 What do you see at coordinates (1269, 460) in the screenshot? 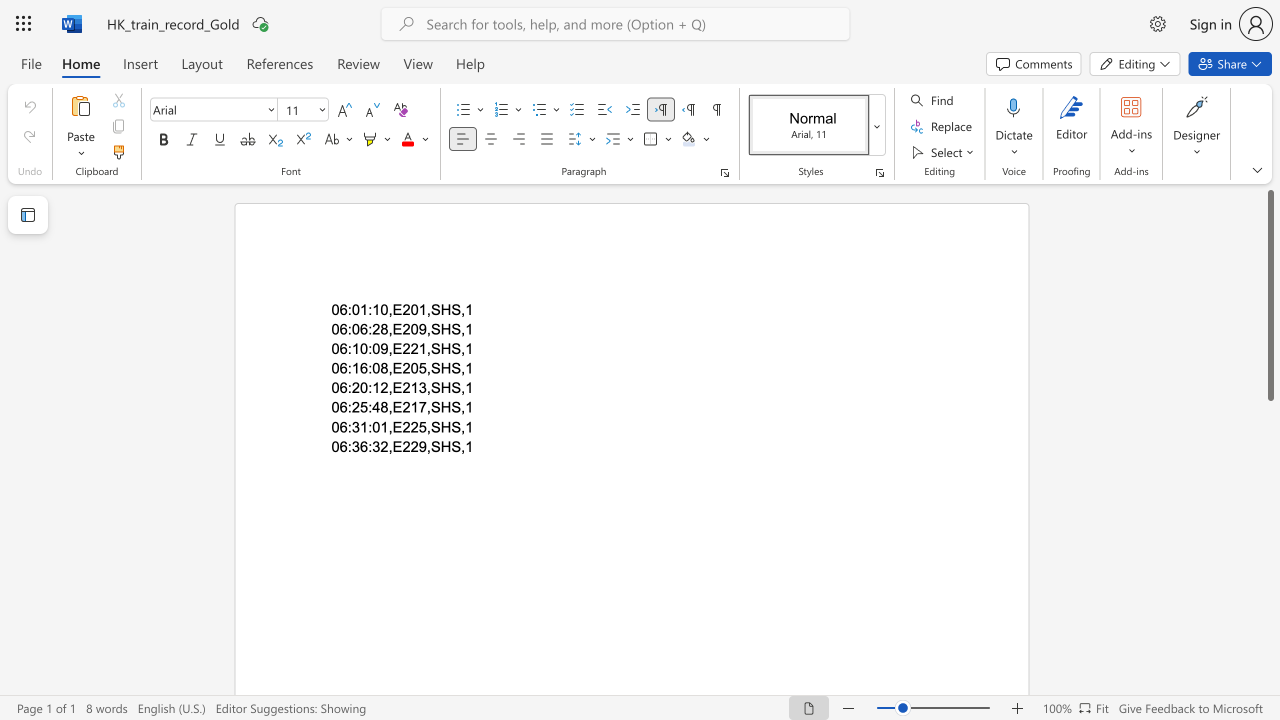
I see `the scrollbar to slide the page down` at bounding box center [1269, 460].